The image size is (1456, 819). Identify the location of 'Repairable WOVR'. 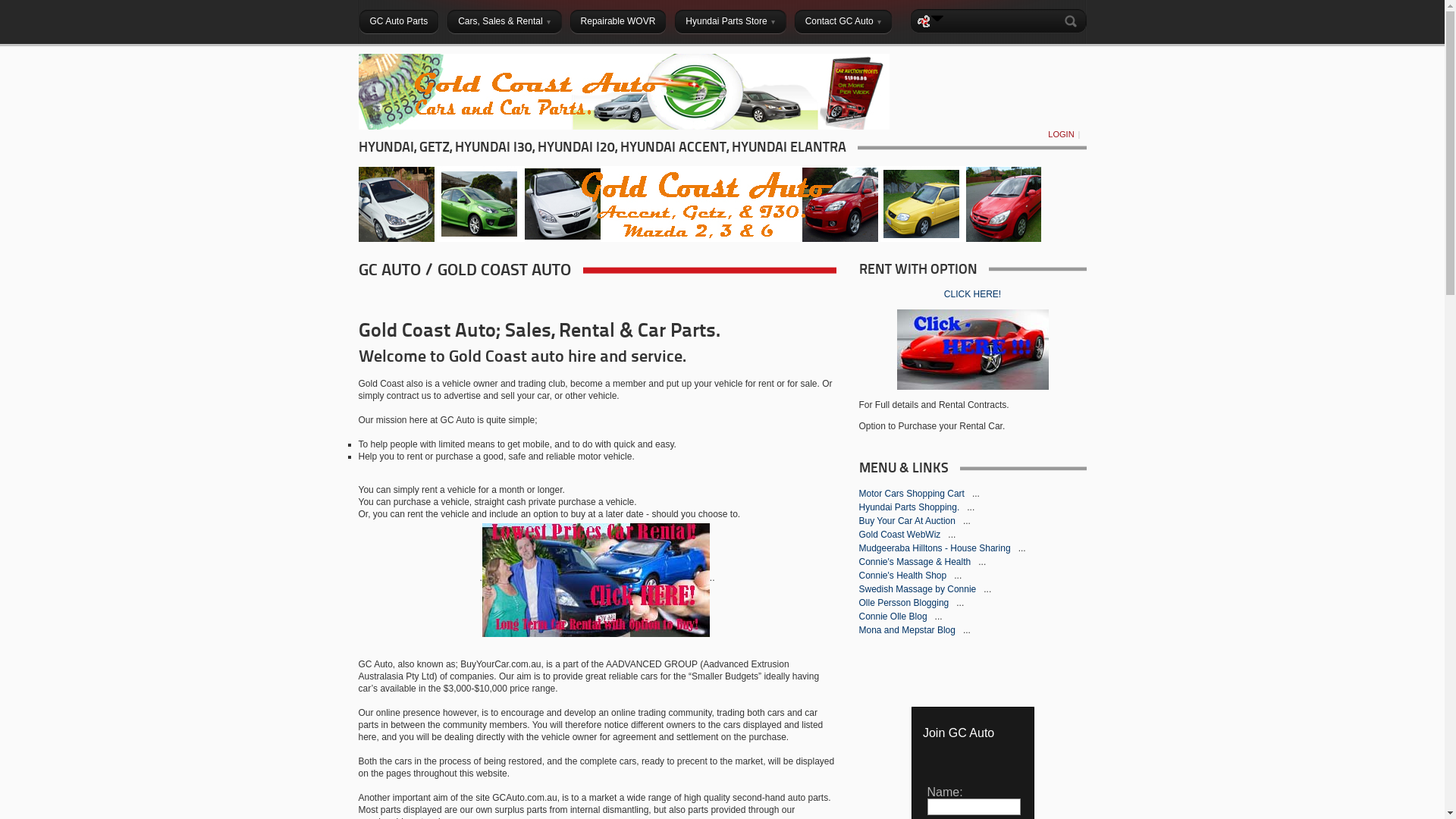
(618, 20).